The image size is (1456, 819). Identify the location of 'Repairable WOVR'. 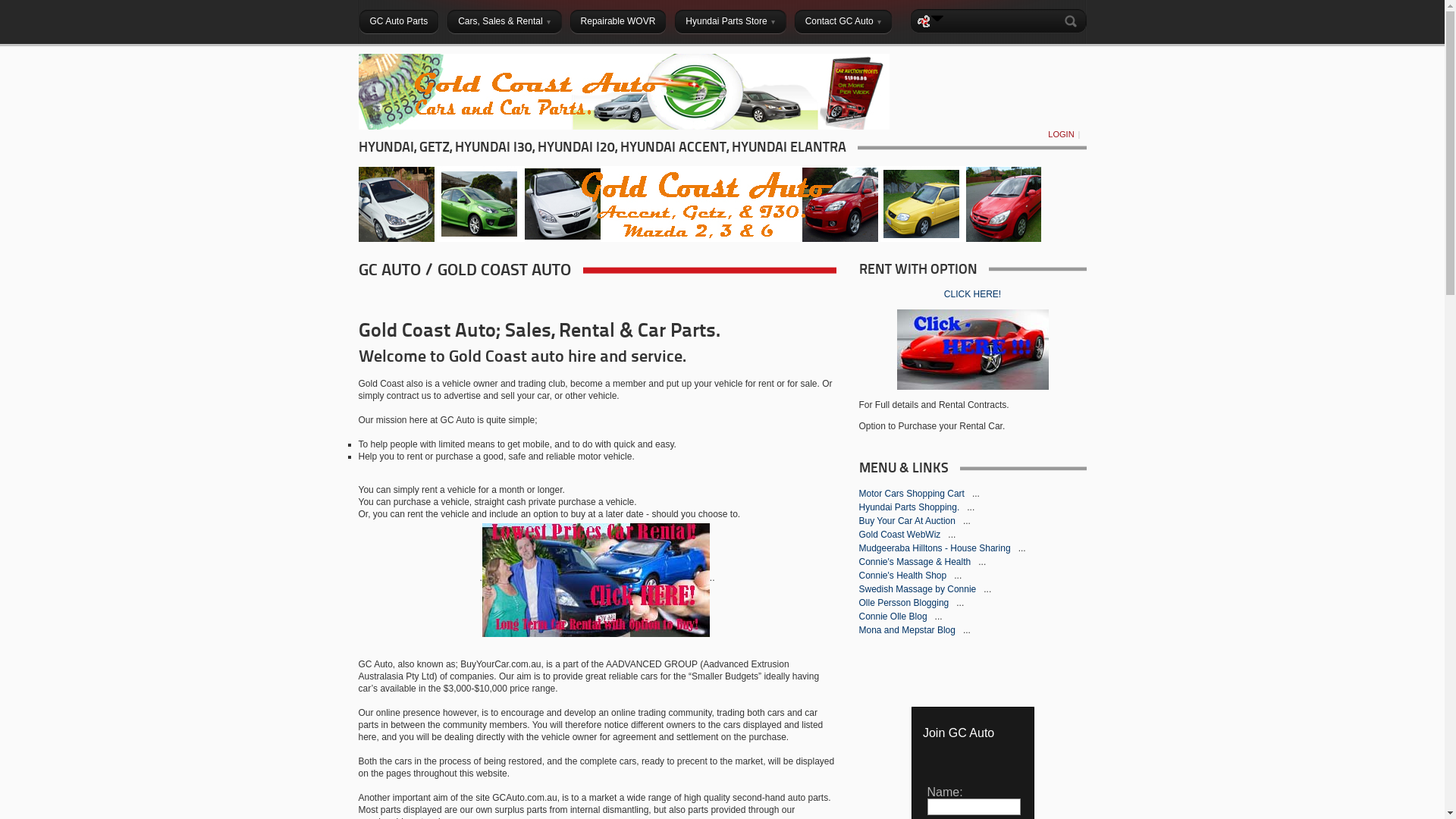
(618, 20).